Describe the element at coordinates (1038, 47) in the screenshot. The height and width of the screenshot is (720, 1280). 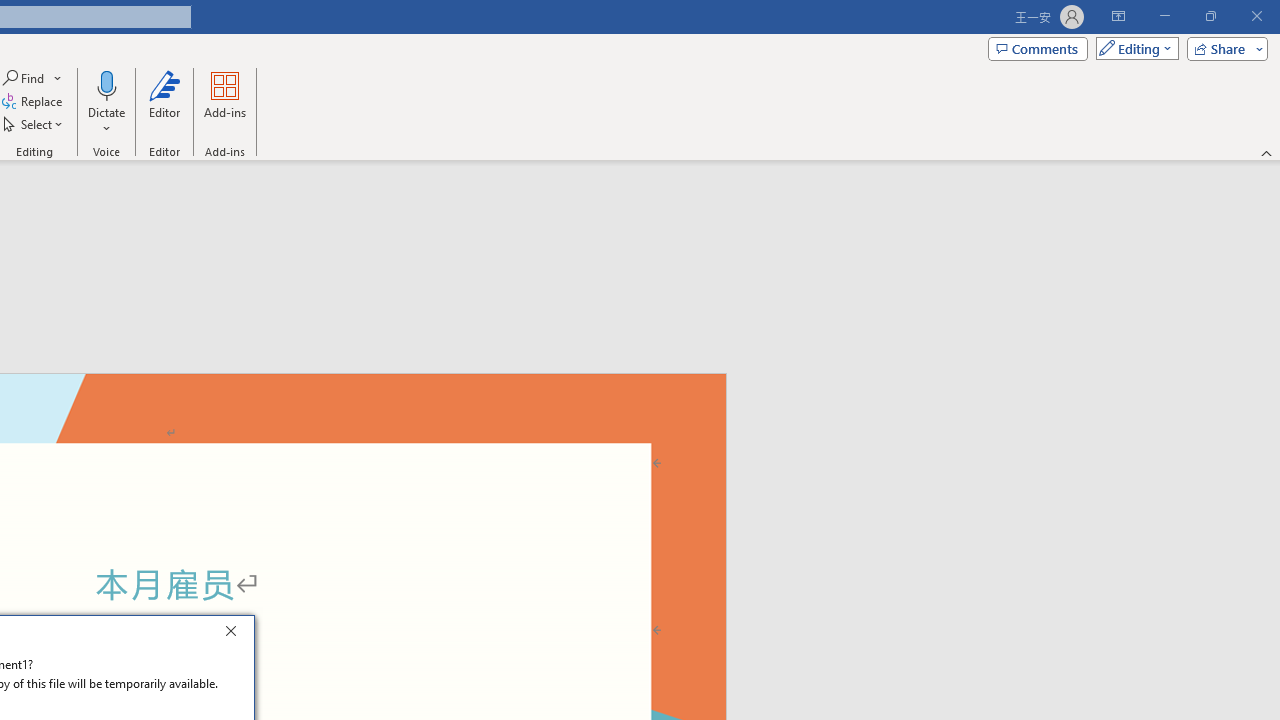
I see `'Comments'` at that location.